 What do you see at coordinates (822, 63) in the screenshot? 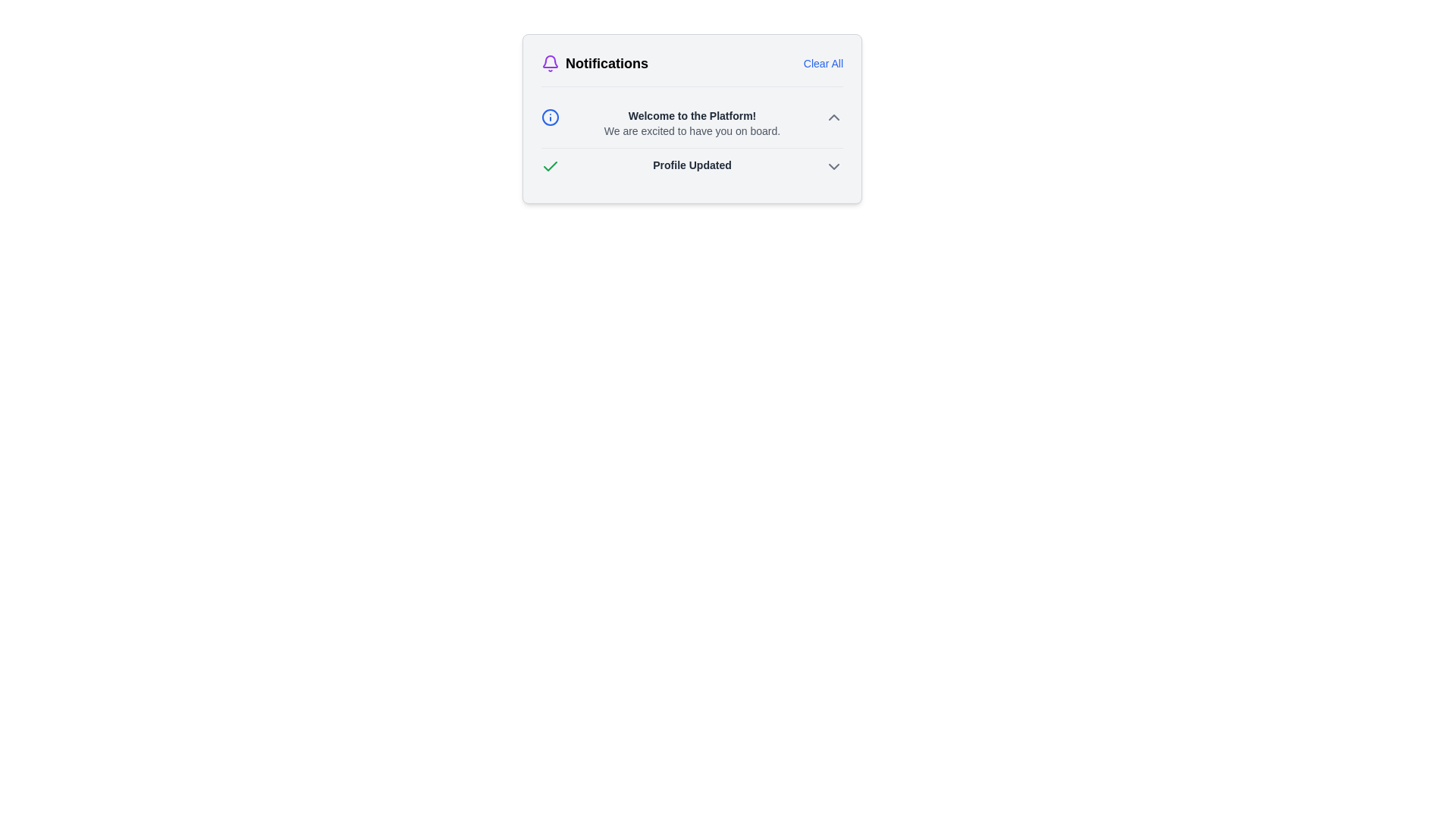
I see `the hyperlink in the header bar of the 'Notifications' section to clear all notifications` at bounding box center [822, 63].